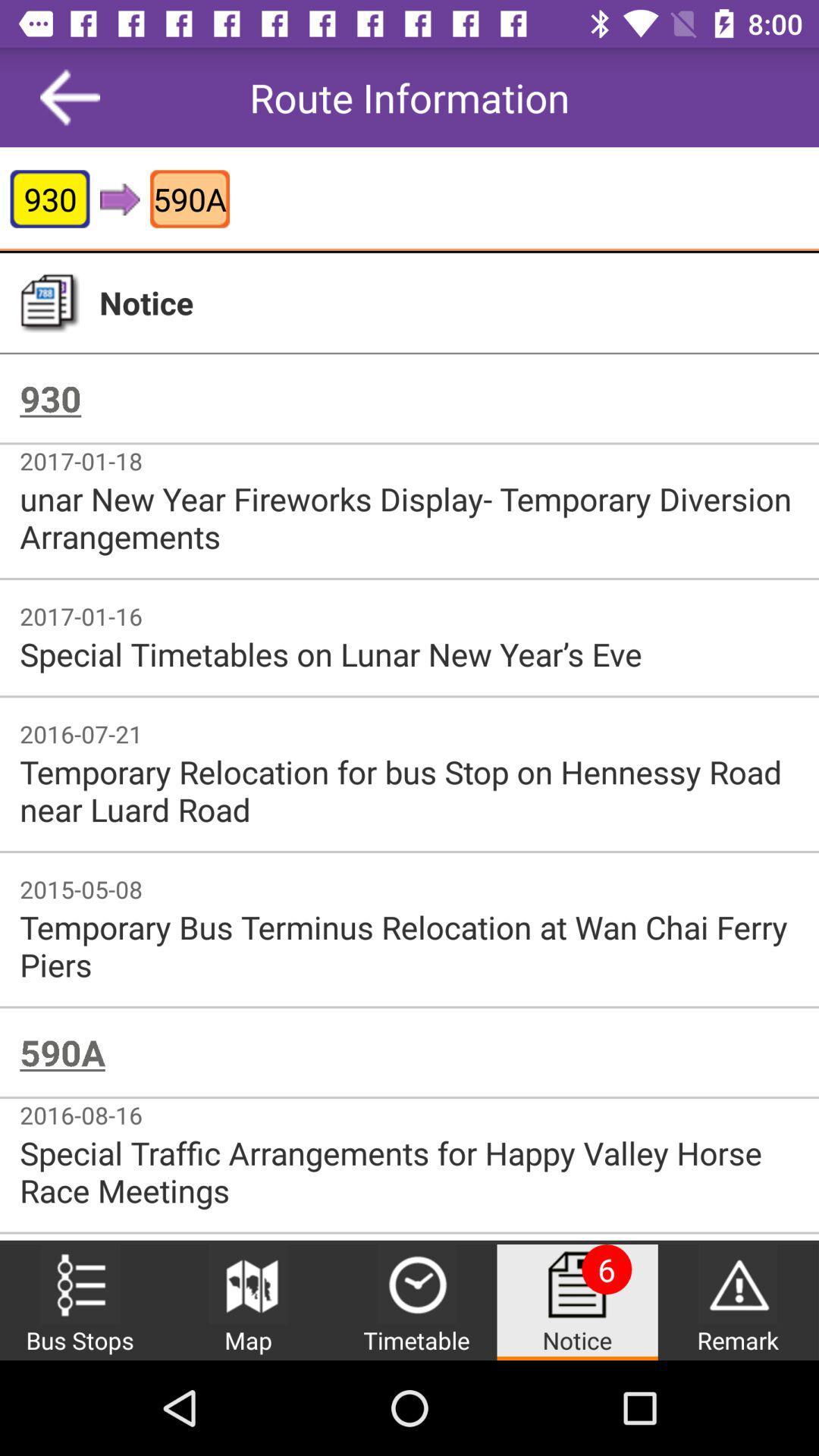 This screenshot has width=819, height=1456. What do you see at coordinates (70, 96) in the screenshot?
I see `the arrow_backward icon` at bounding box center [70, 96].